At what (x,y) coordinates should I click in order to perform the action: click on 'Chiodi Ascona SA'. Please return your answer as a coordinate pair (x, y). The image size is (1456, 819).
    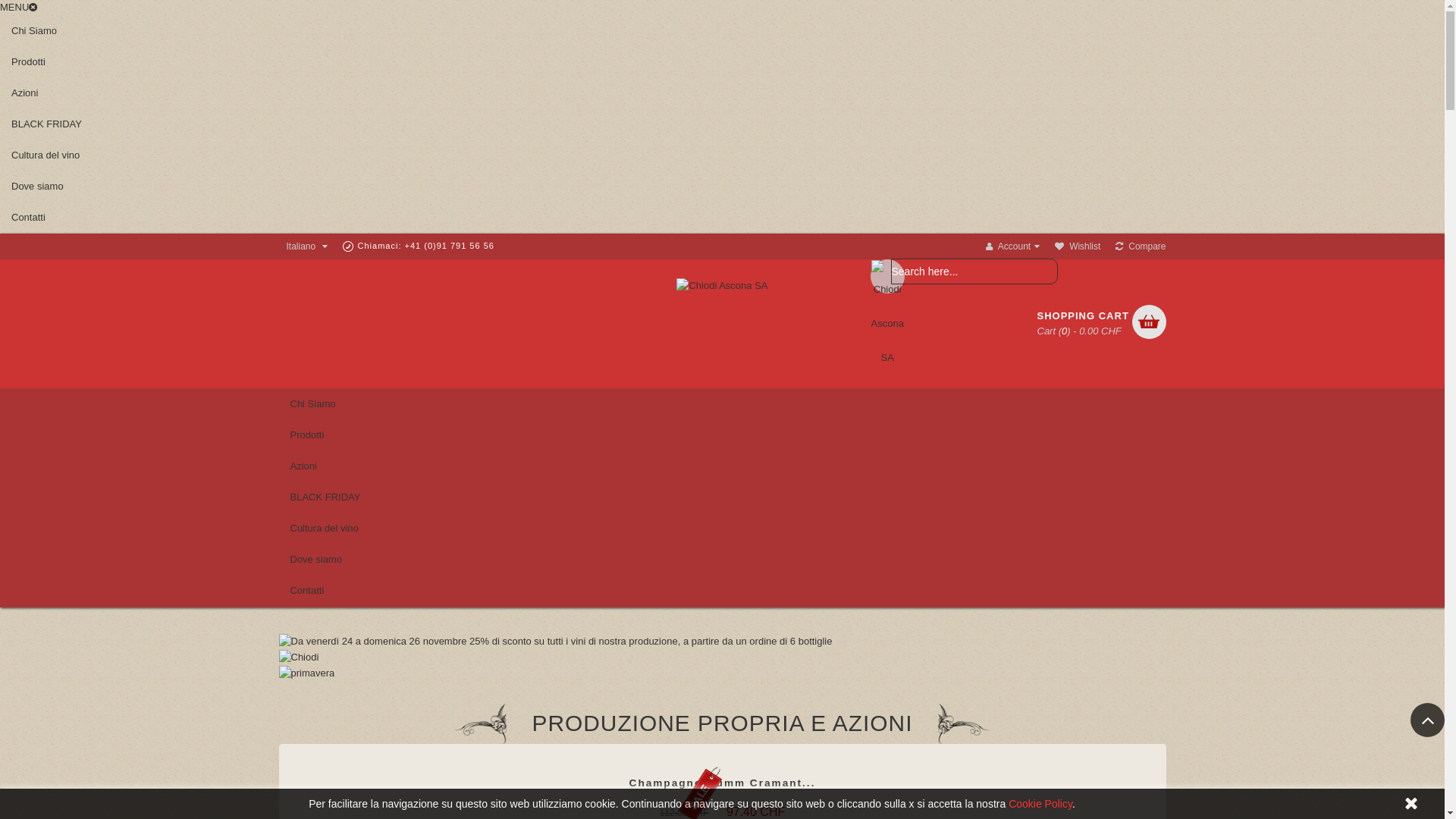
    Looking at the image, I should click on (720, 286).